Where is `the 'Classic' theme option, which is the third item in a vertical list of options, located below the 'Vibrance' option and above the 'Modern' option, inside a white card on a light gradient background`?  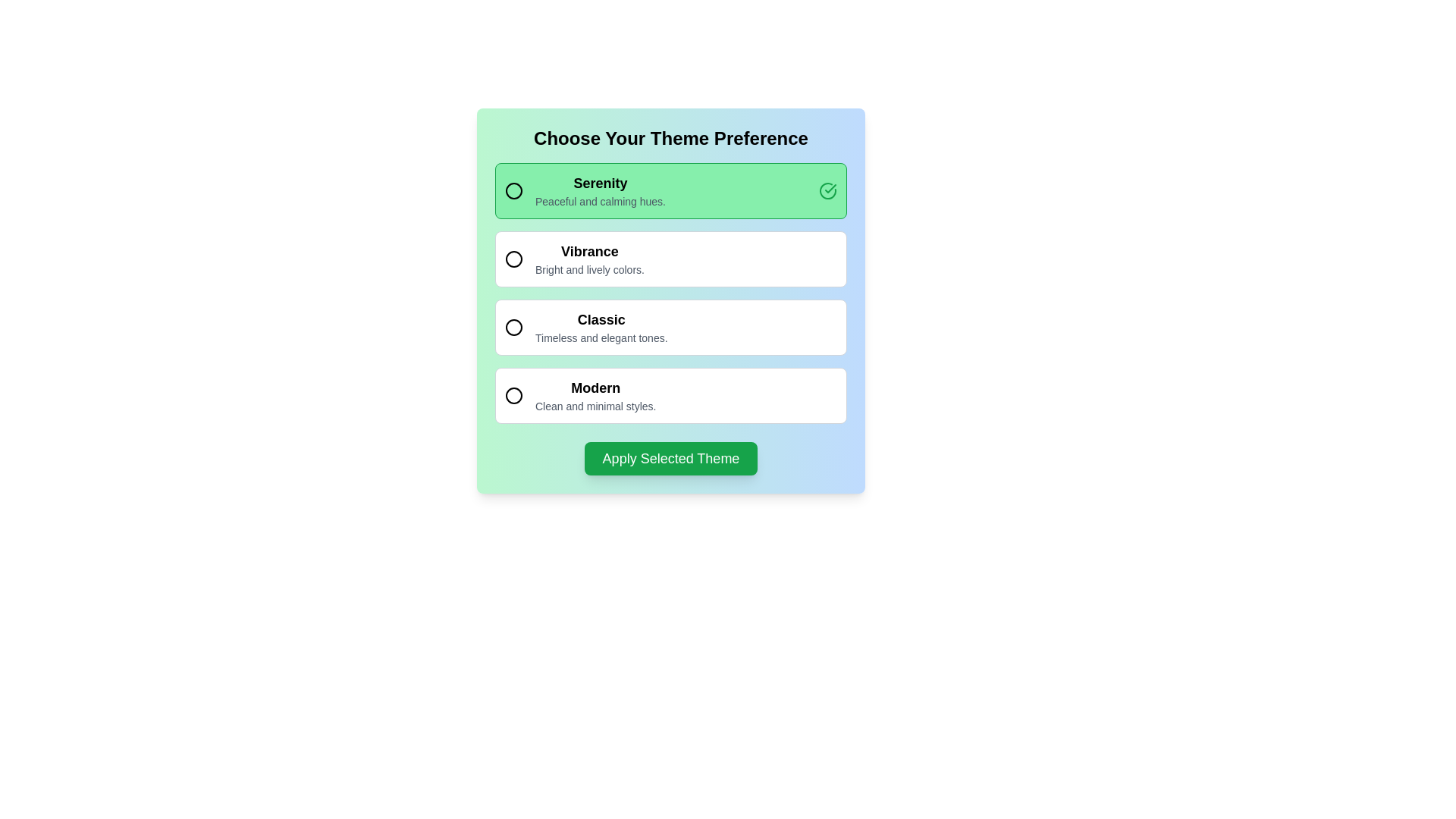
the 'Classic' theme option, which is the third item in a vertical list of options, located below the 'Vibrance' option and above the 'Modern' option, inside a white card on a light gradient background is located at coordinates (601, 327).